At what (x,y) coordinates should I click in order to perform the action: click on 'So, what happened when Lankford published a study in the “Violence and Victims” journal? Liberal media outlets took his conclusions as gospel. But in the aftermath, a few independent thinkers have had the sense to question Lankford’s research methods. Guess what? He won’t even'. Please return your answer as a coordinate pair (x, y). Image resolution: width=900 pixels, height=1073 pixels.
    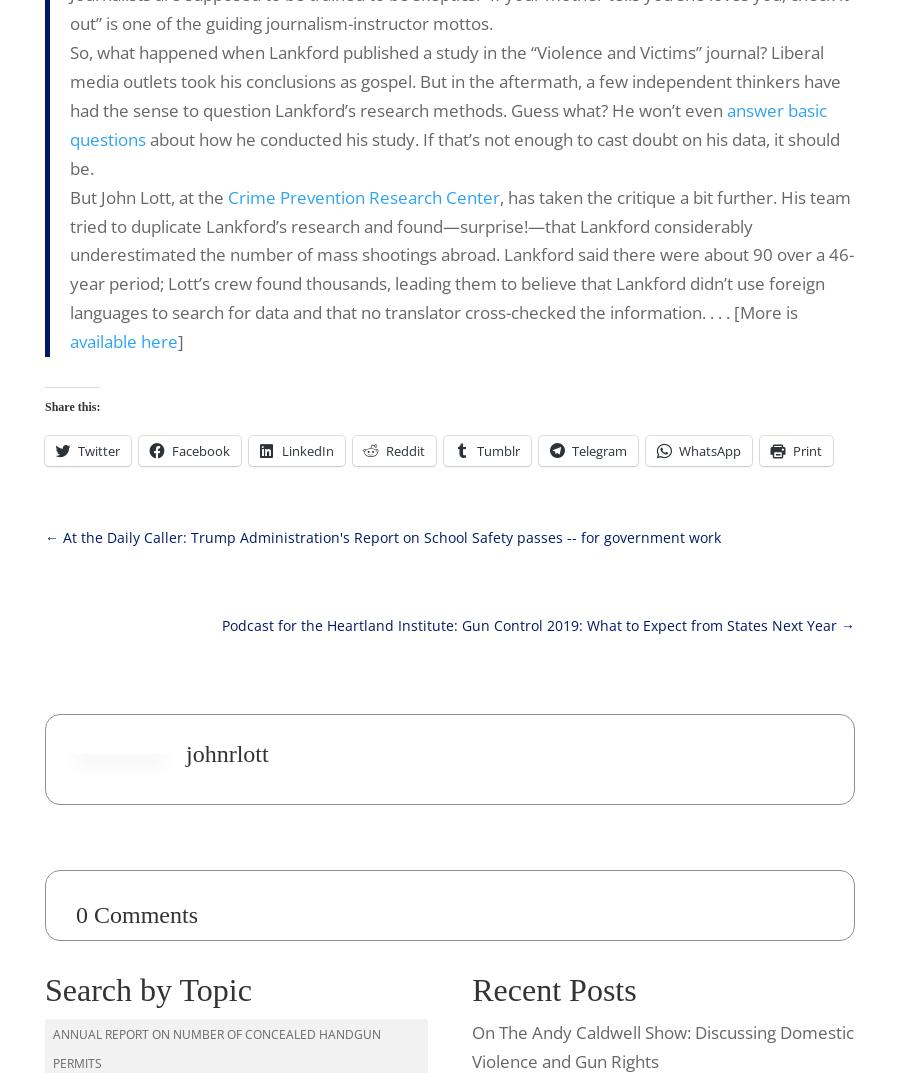
    Looking at the image, I should click on (454, 81).